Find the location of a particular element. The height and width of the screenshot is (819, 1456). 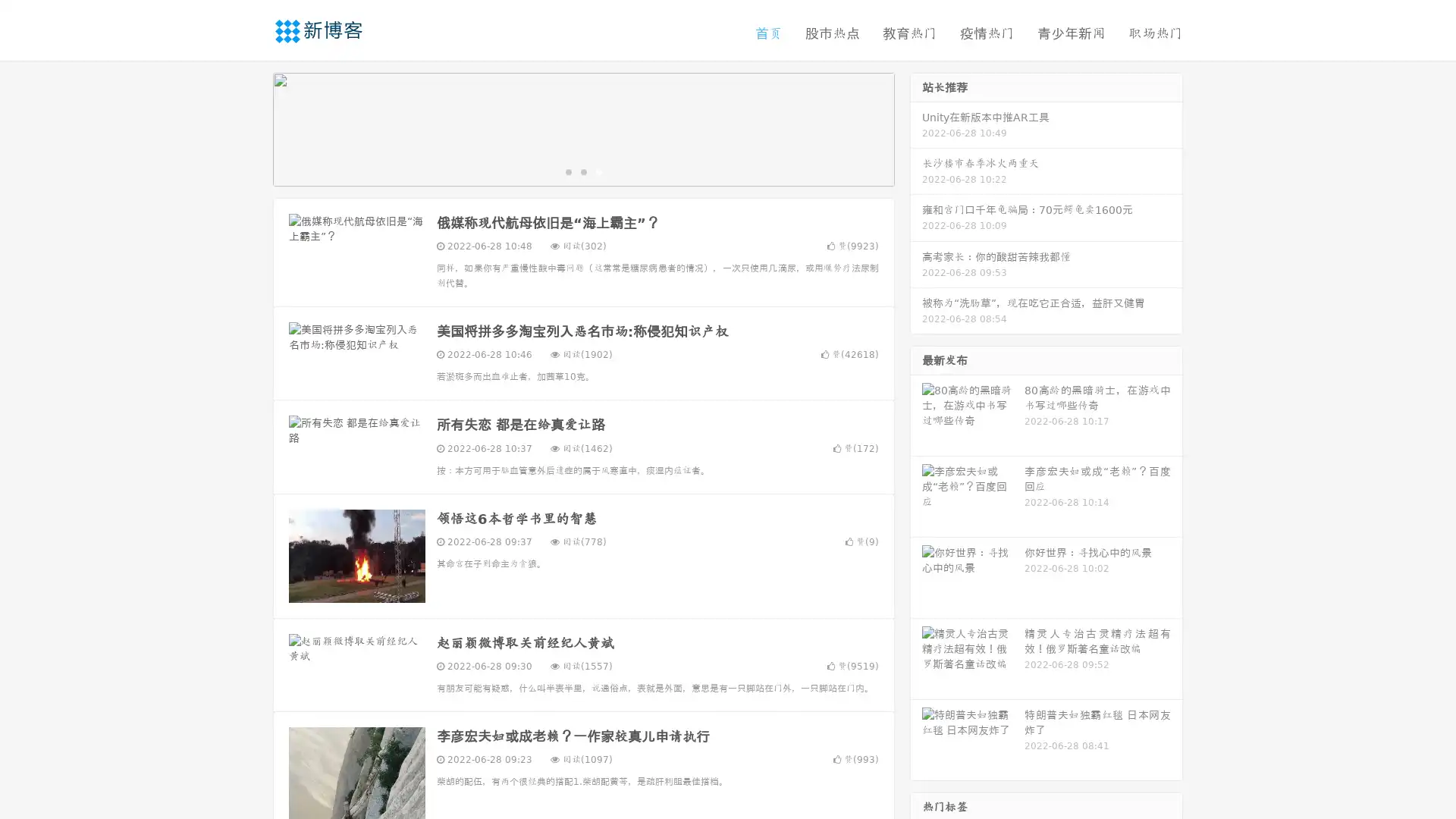

Next slide is located at coordinates (916, 127).